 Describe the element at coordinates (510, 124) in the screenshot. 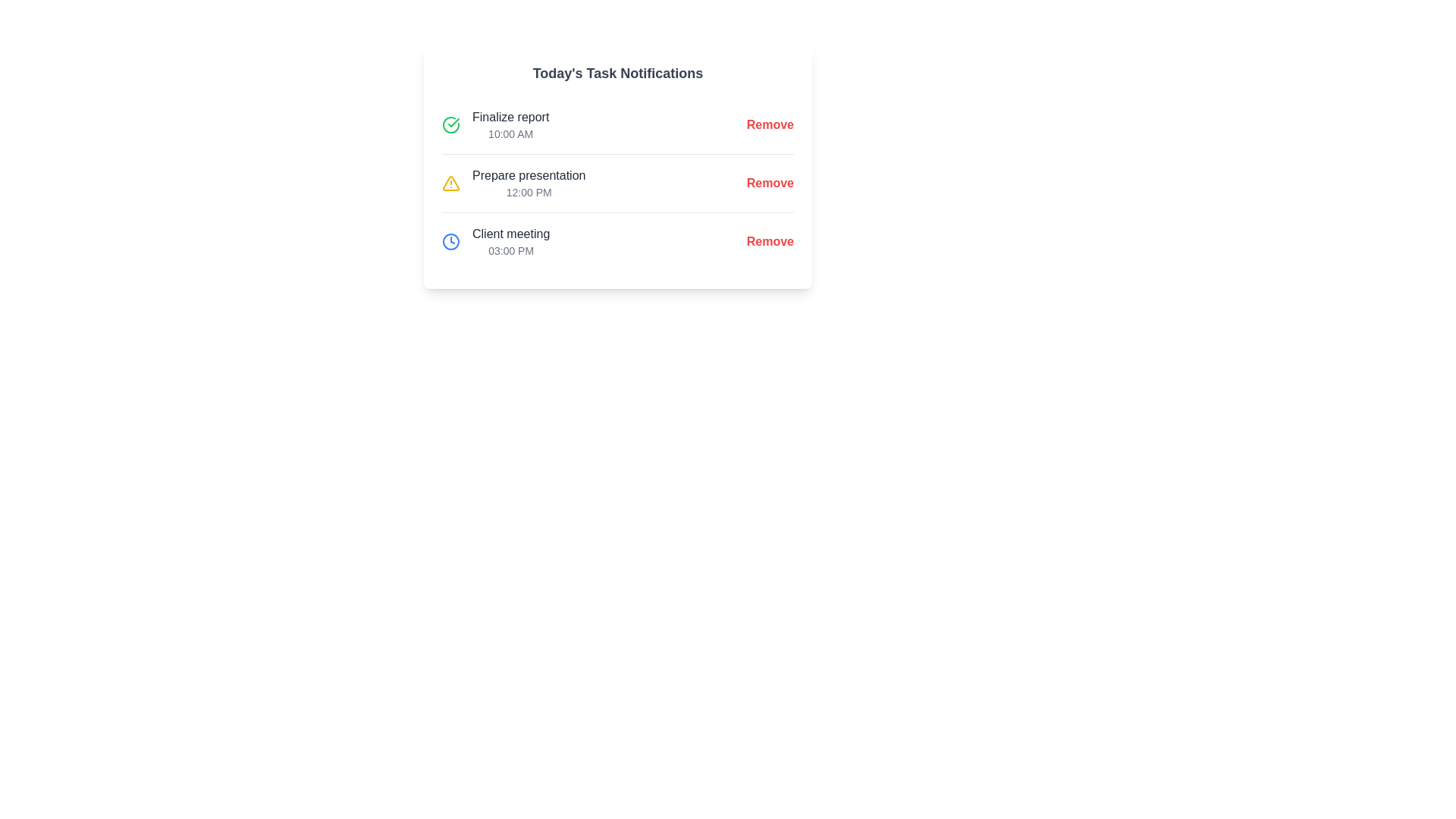

I see `the task notification text display located in the first row of today's task notifications, positioned to the right of a circular green checkmark icon` at that location.